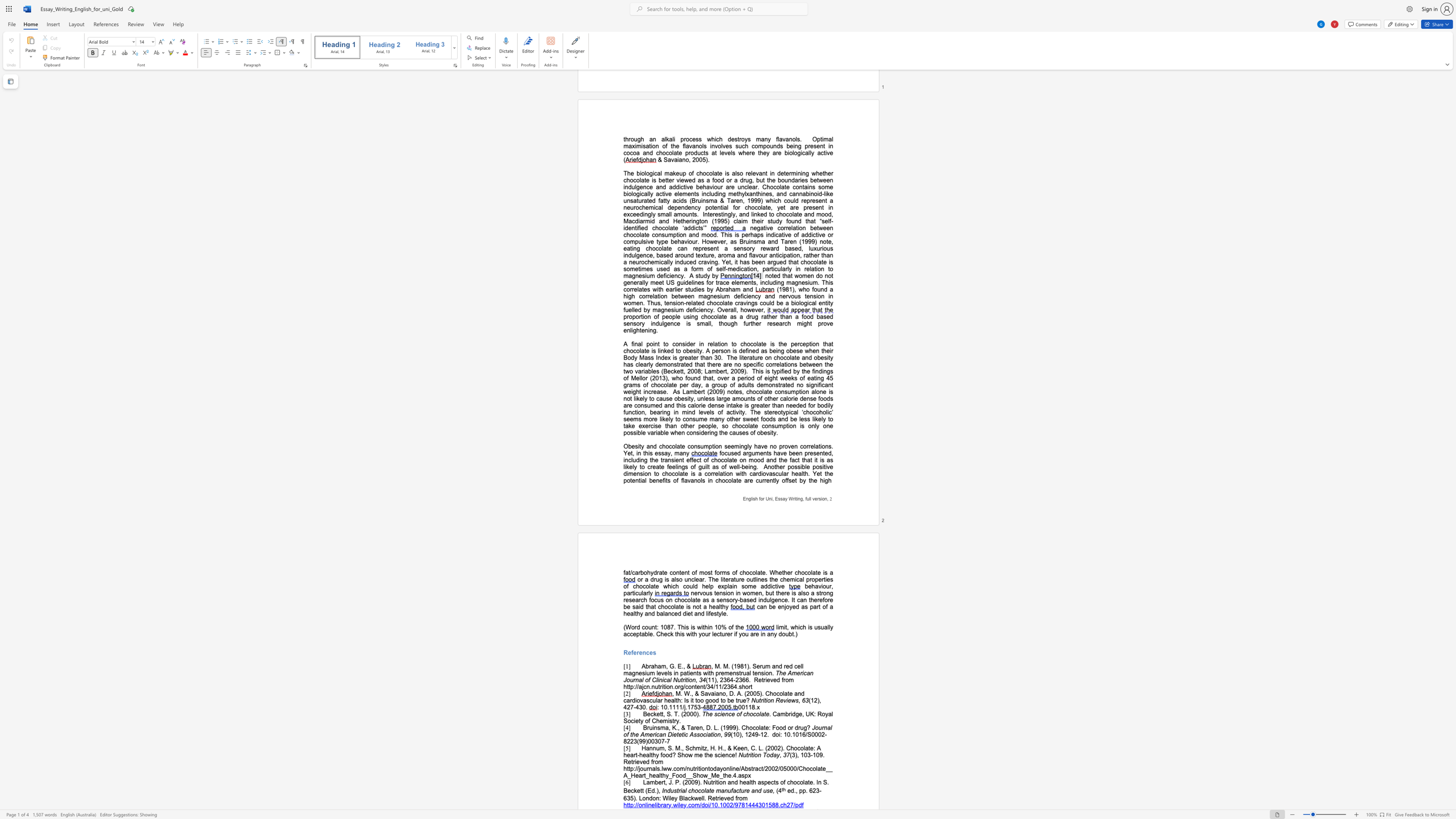 This screenshot has height=819, width=1456. Describe the element at coordinates (645, 445) in the screenshot. I see `the subset text "and chocola" within the text "Obesity and chocolate consumption"` at that location.